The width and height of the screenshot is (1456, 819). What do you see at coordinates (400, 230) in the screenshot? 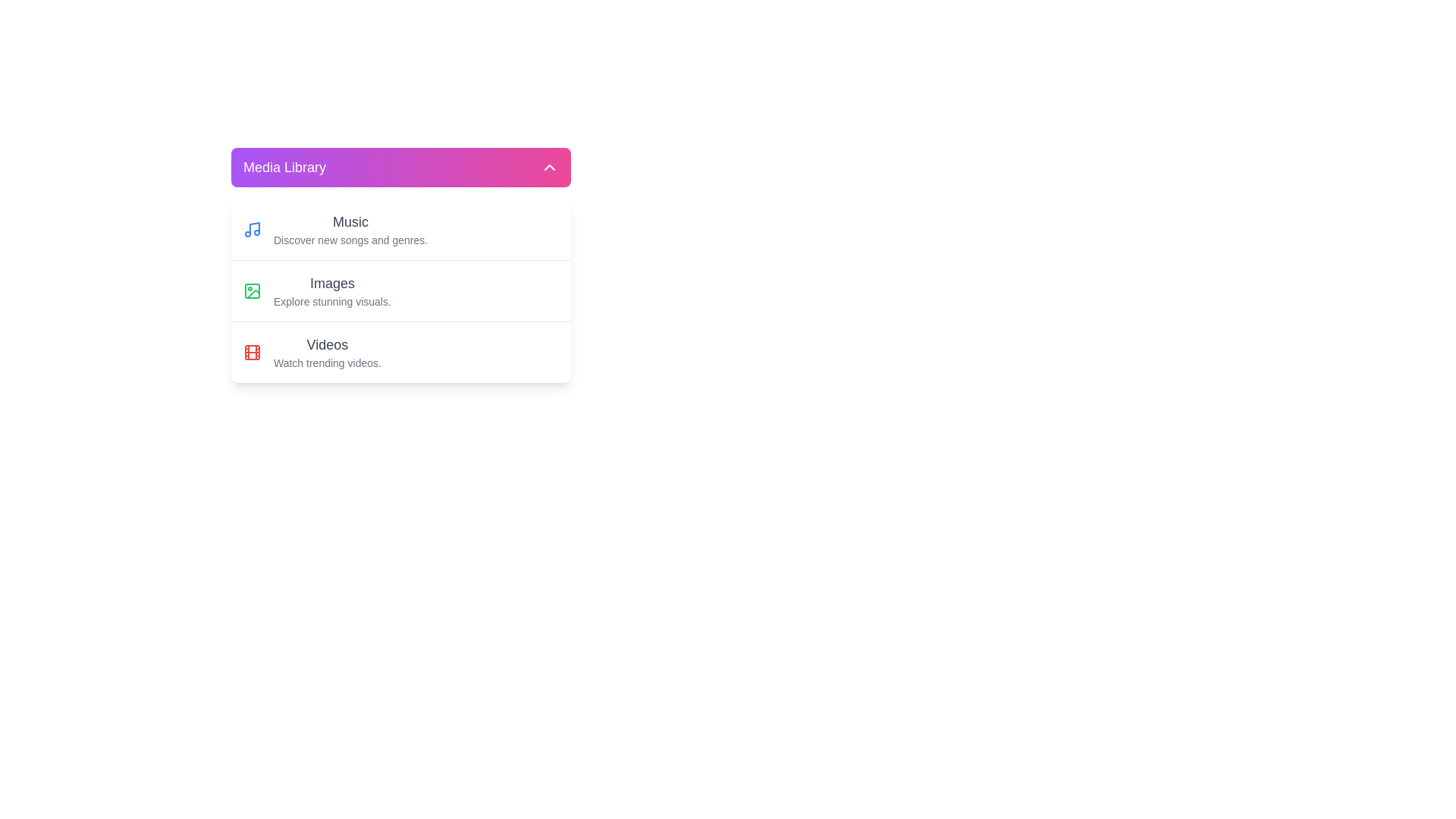
I see `the first clickable list item in the Media Library, which features a blue music note icon and the title 'Music'` at bounding box center [400, 230].